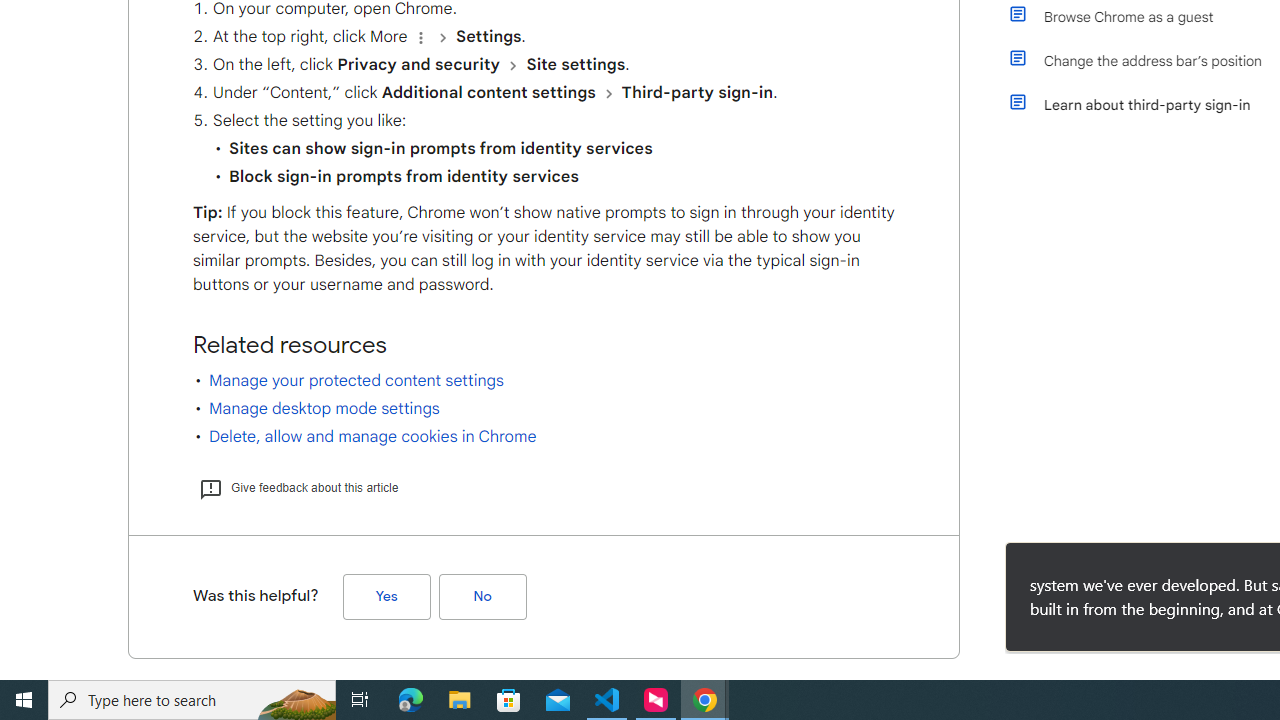 Image resolution: width=1280 pixels, height=720 pixels. I want to click on 'Organize', so click(419, 37).